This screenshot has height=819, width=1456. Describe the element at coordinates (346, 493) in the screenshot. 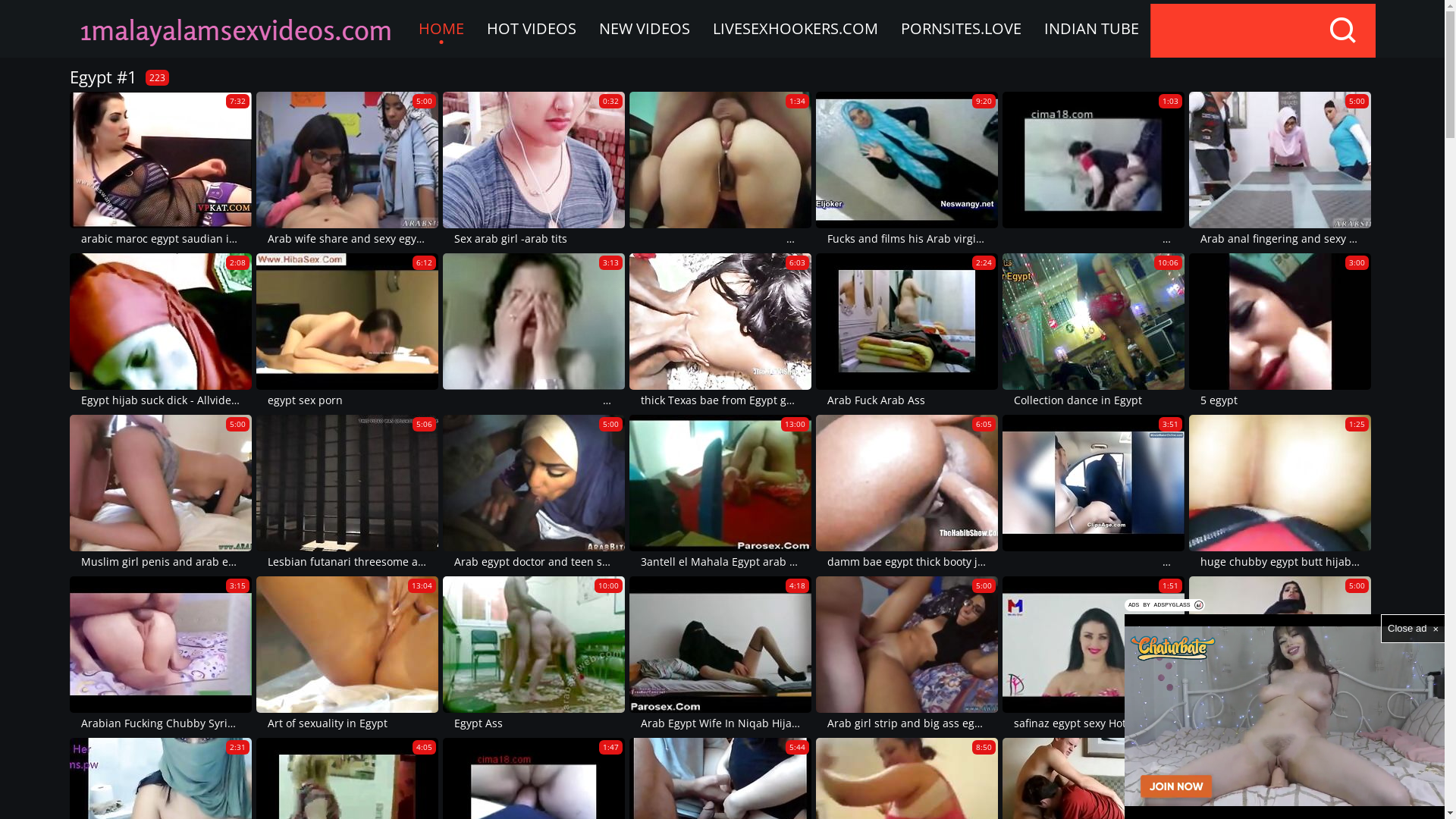

I see `'5:06` at that location.